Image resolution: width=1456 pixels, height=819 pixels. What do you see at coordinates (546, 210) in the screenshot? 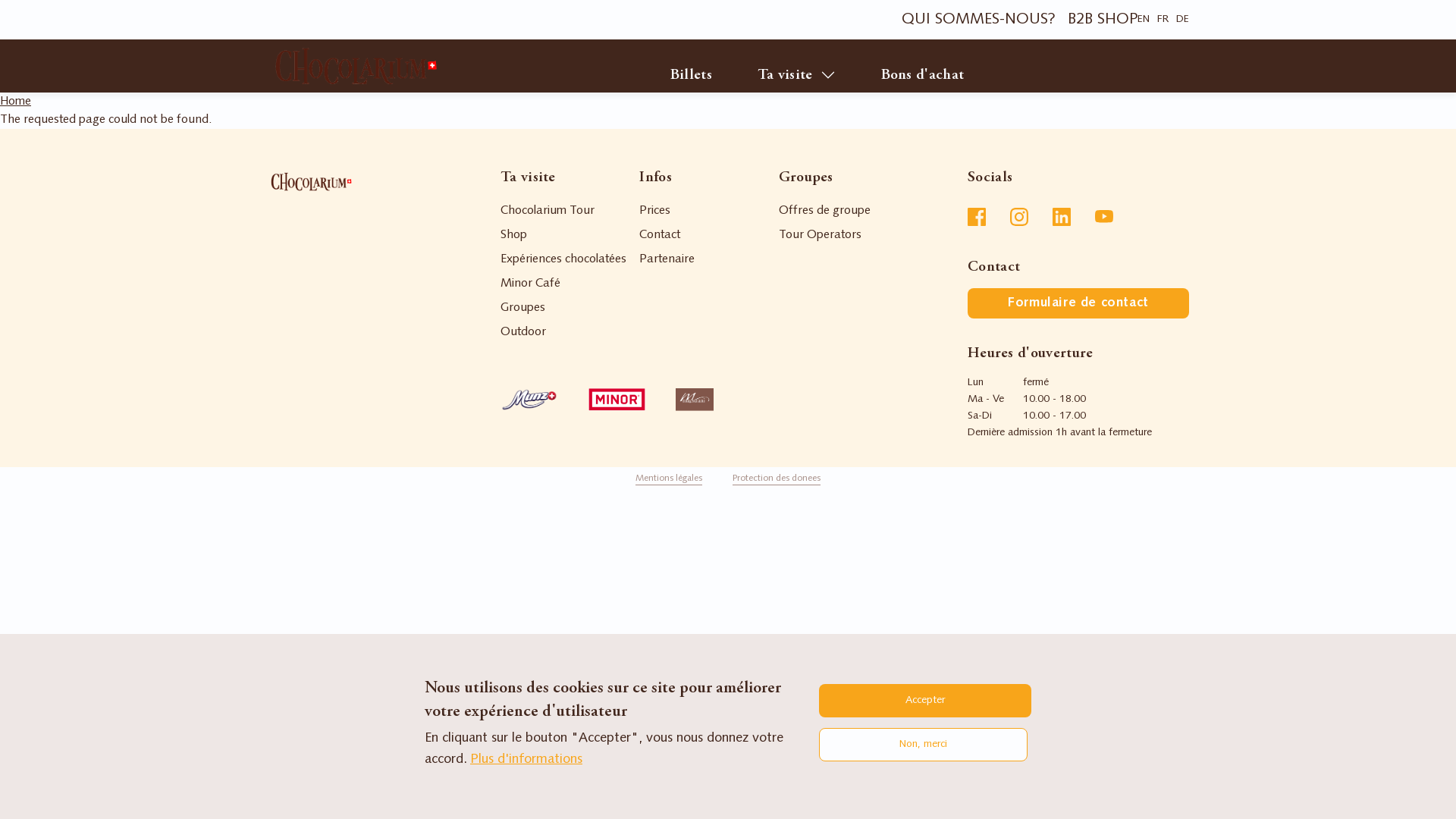
I see `'Chocolarium Tour'` at bounding box center [546, 210].